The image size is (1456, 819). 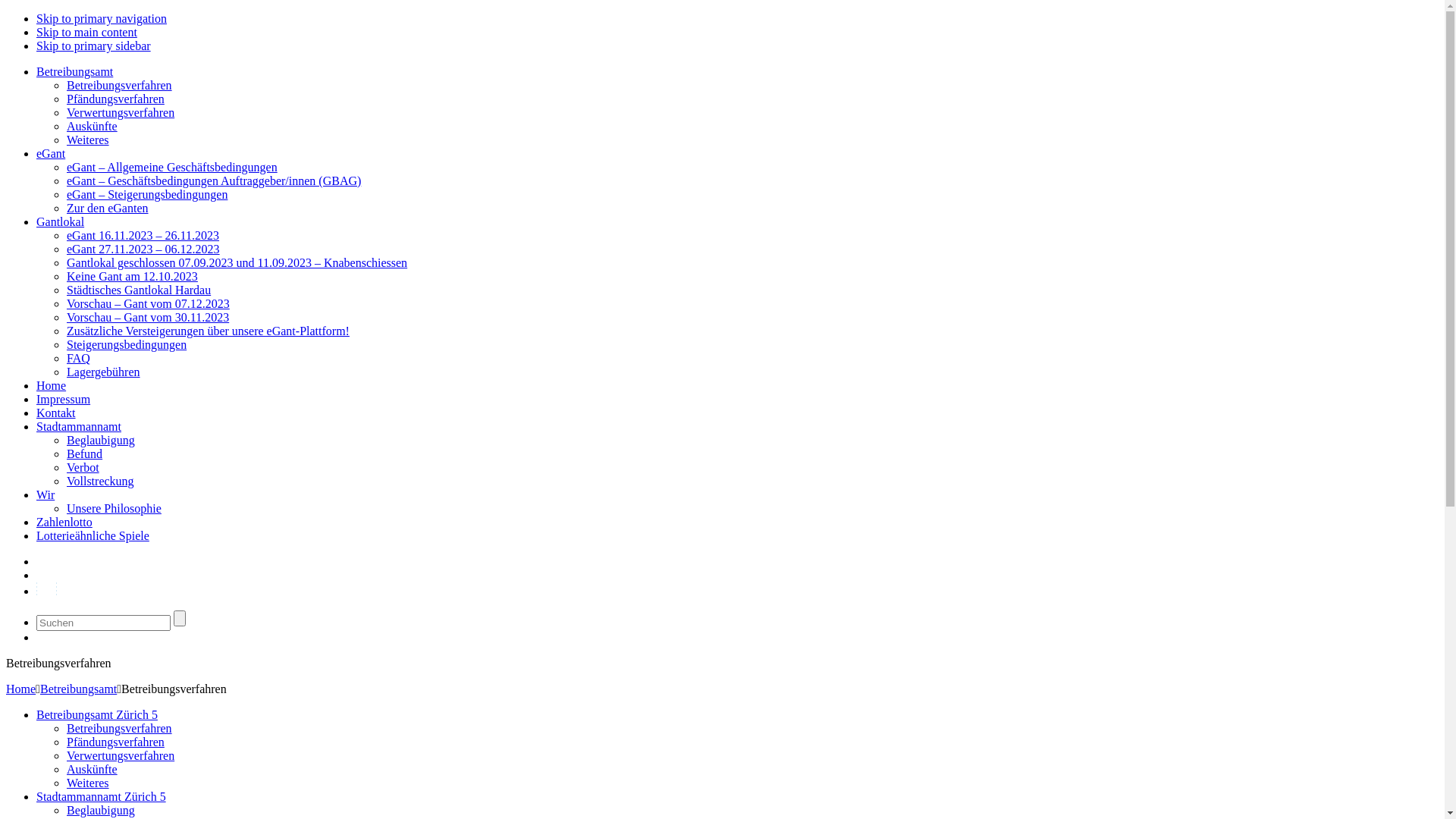 I want to click on 'Skip to primary sidebar', so click(x=93, y=45).